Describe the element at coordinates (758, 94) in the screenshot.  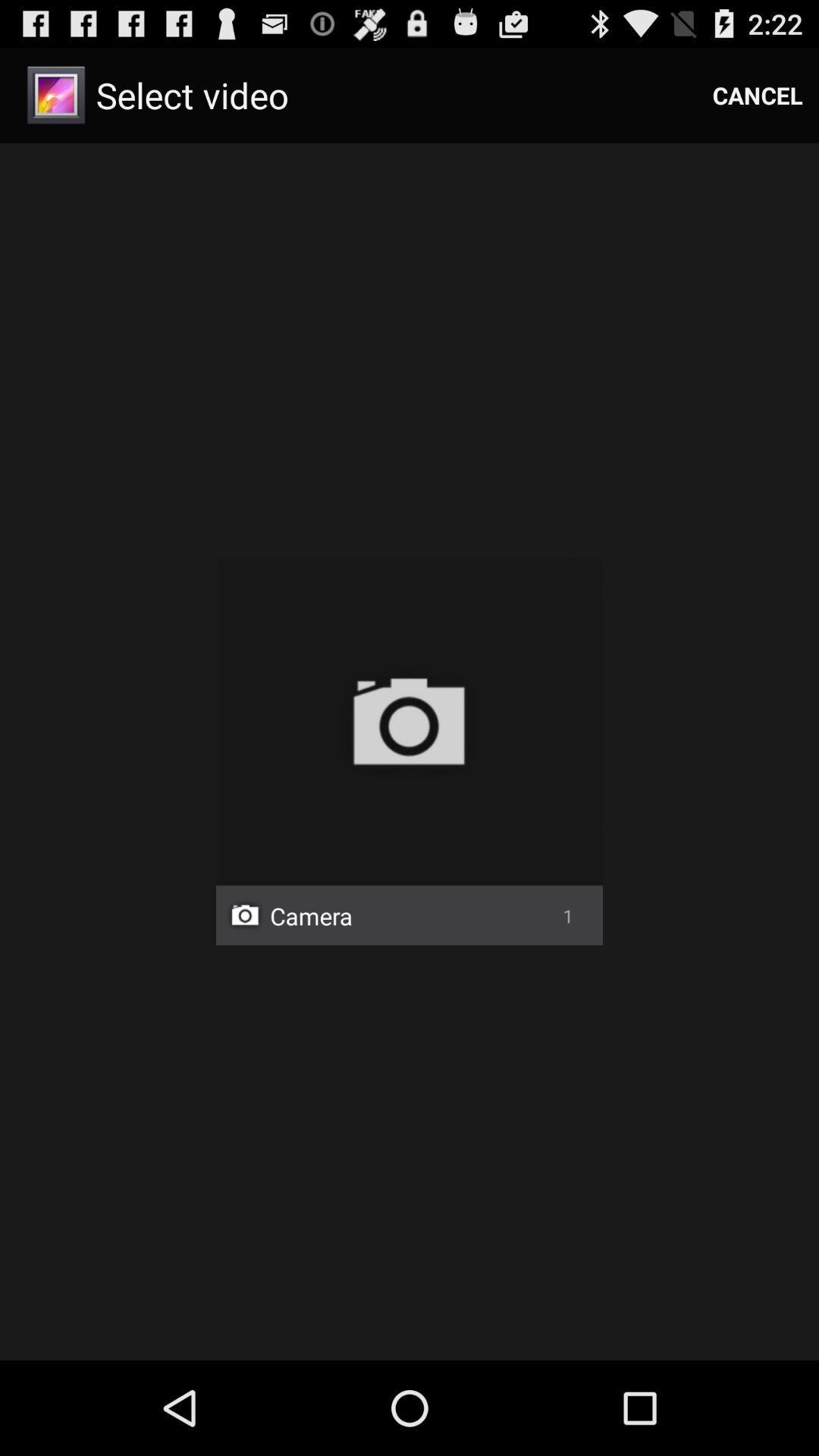
I see `the cancel icon` at that location.